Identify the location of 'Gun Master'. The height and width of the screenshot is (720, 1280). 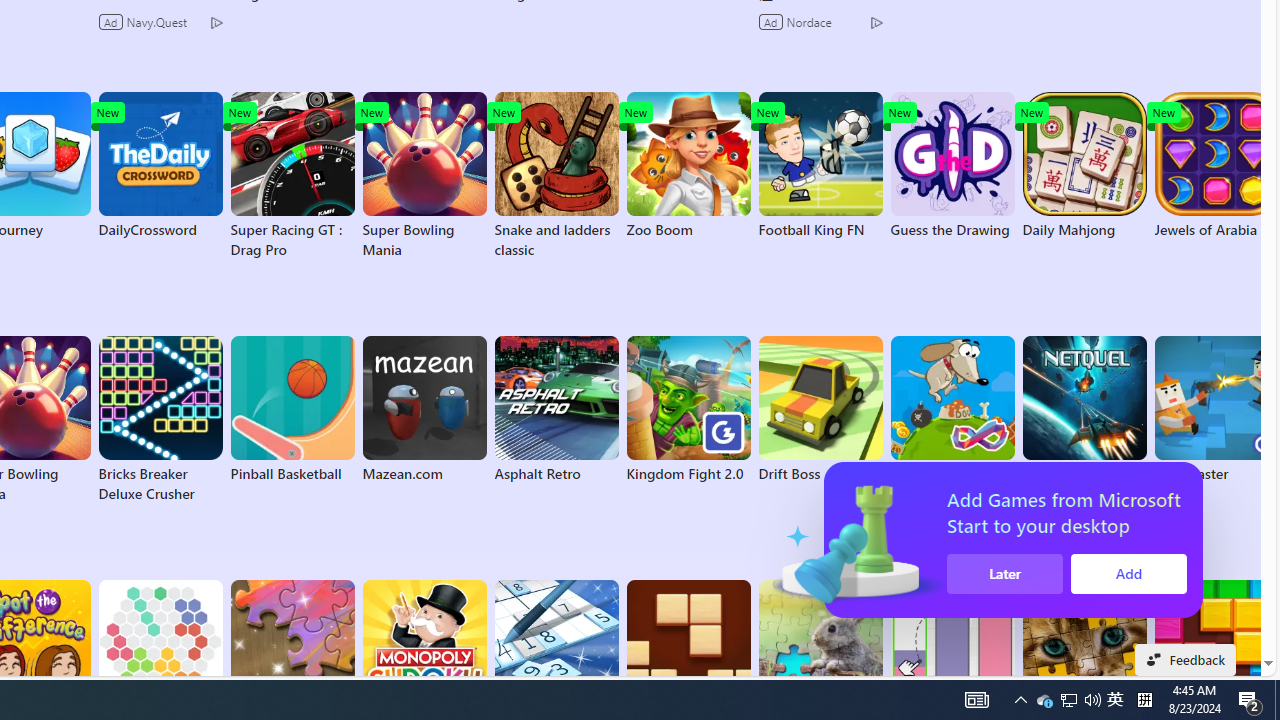
(1215, 409).